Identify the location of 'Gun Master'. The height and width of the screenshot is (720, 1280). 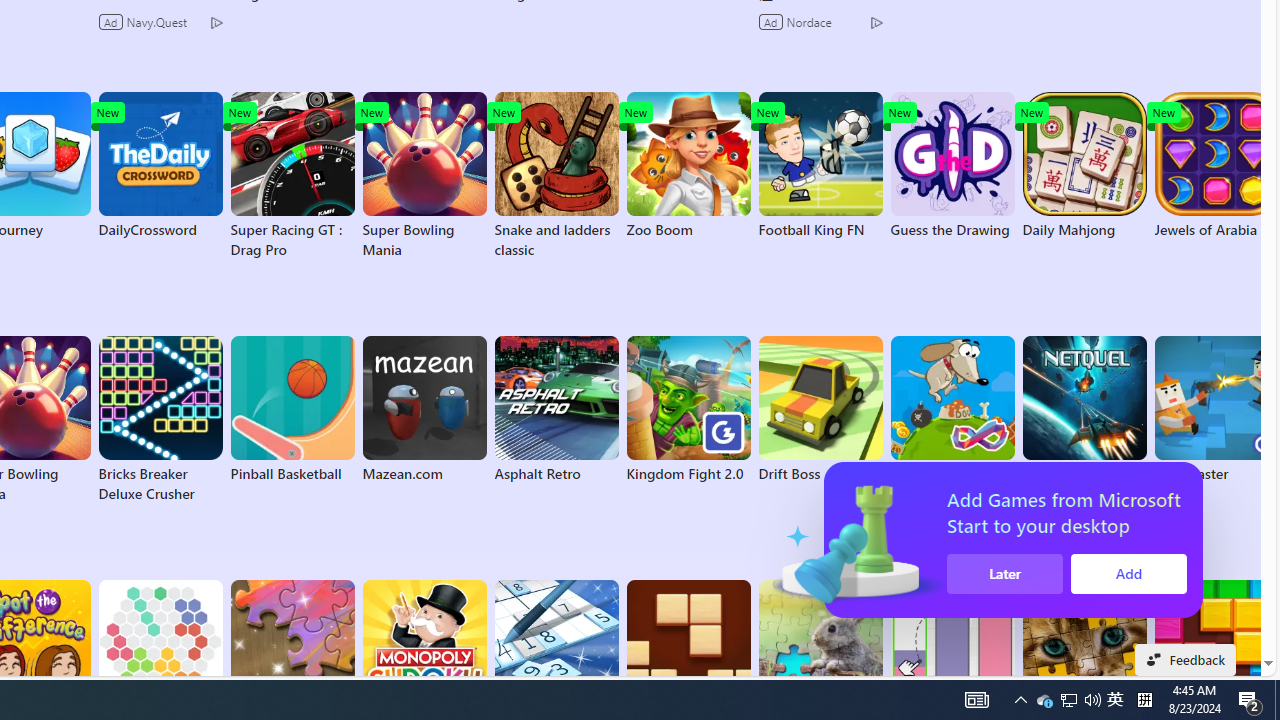
(1215, 409).